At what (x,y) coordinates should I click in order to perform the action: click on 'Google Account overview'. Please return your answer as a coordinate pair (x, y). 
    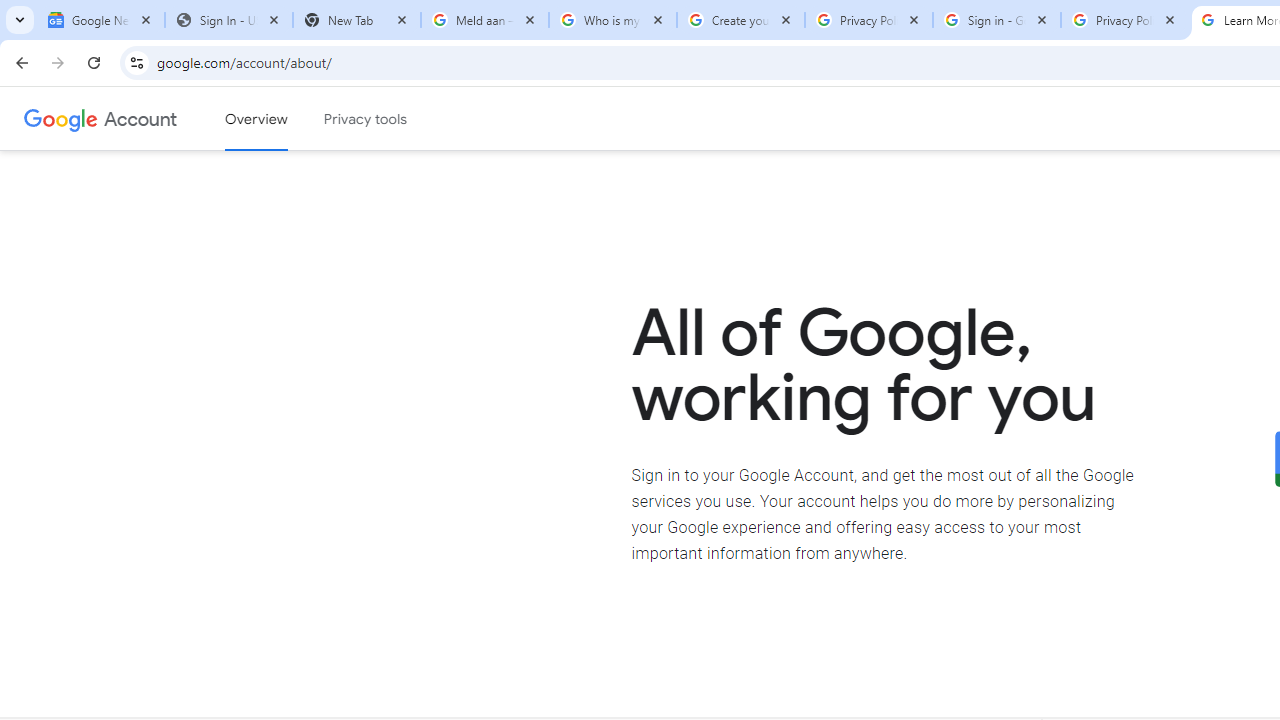
    Looking at the image, I should click on (255, 119).